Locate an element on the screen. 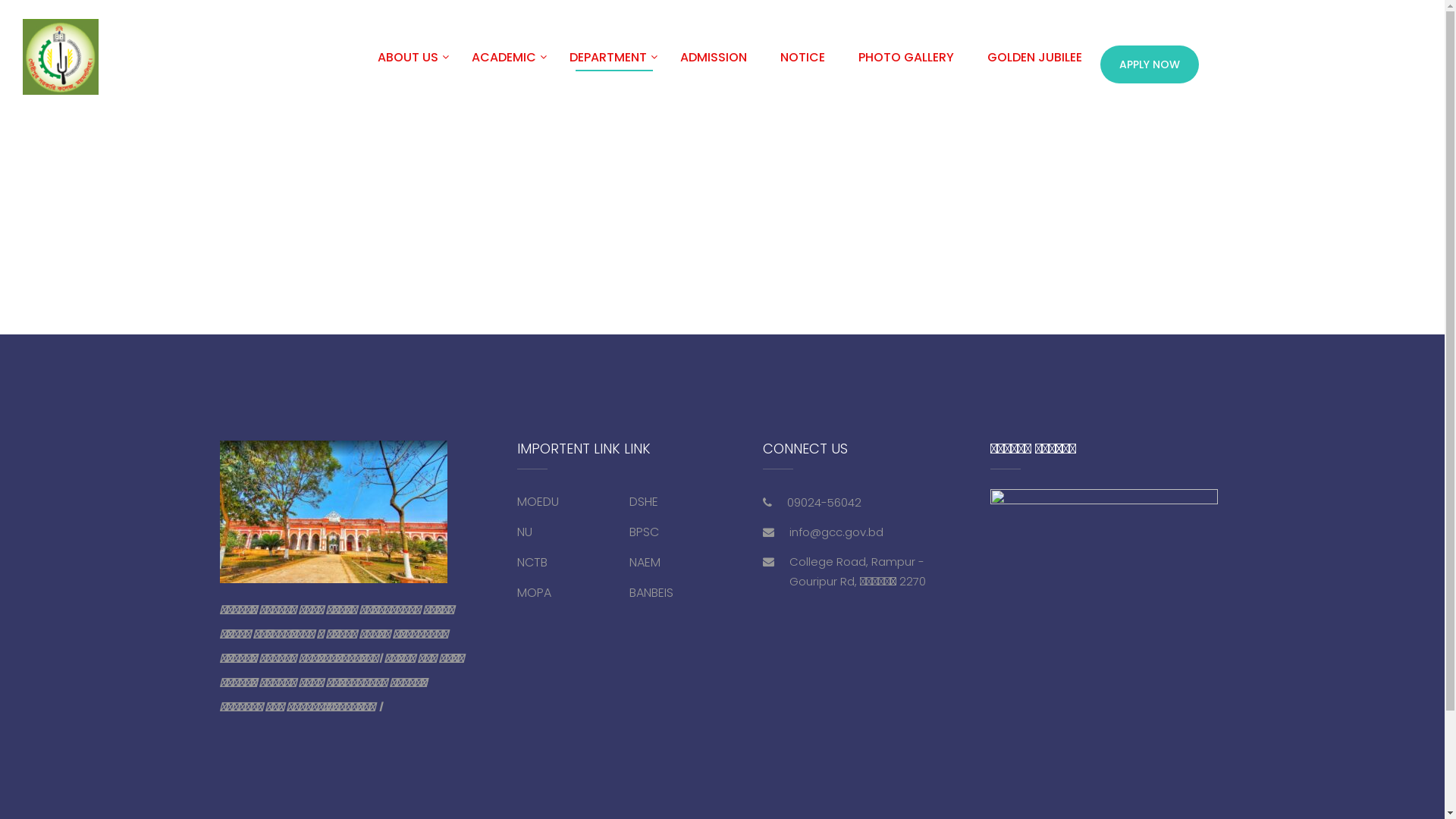 The image size is (1456, 819). 'DEPARTMENT' is located at coordinates (553, 63).